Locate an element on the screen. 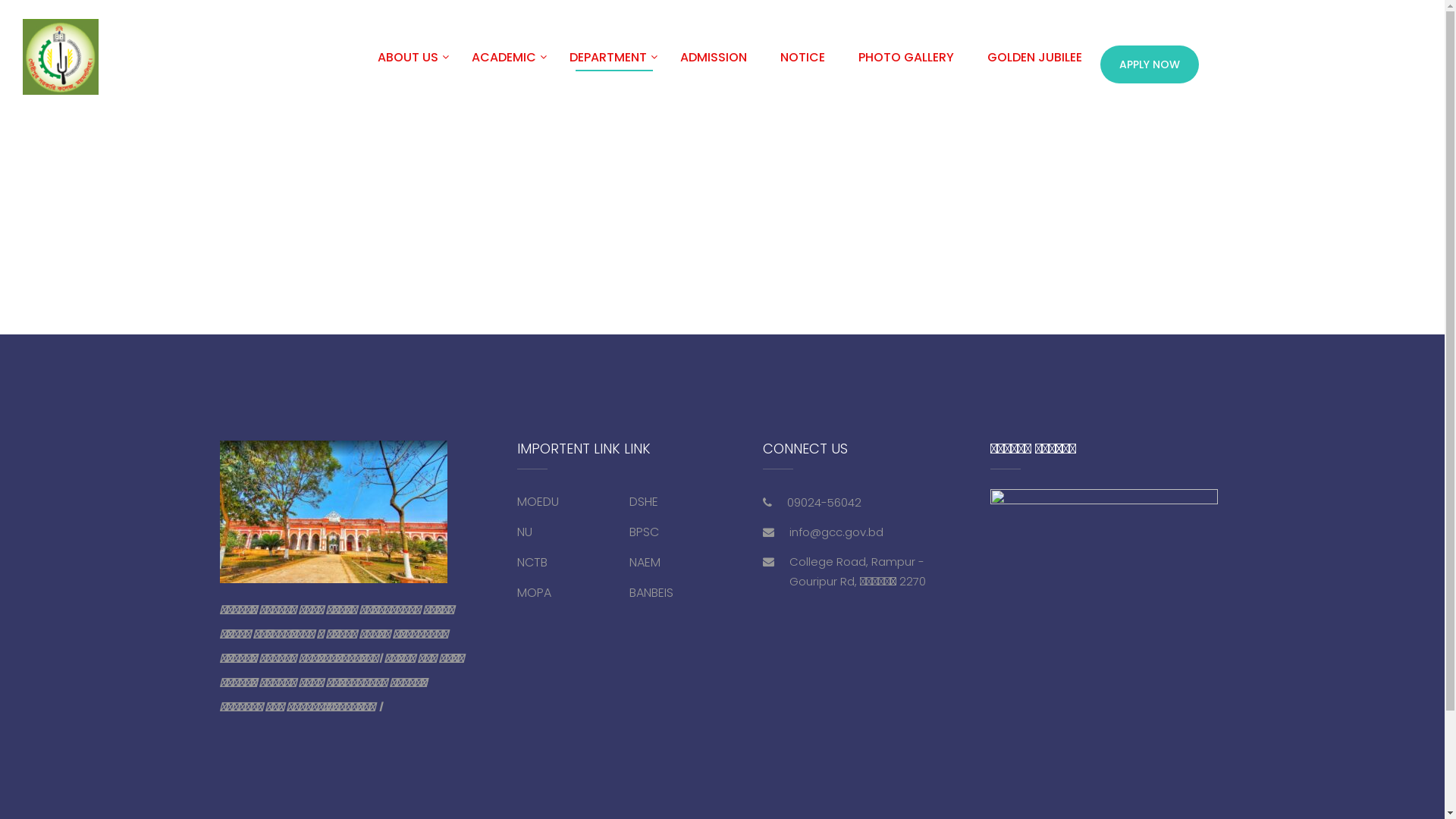 The image size is (1456, 819). 'DEPARTMENT' is located at coordinates (553, 63).